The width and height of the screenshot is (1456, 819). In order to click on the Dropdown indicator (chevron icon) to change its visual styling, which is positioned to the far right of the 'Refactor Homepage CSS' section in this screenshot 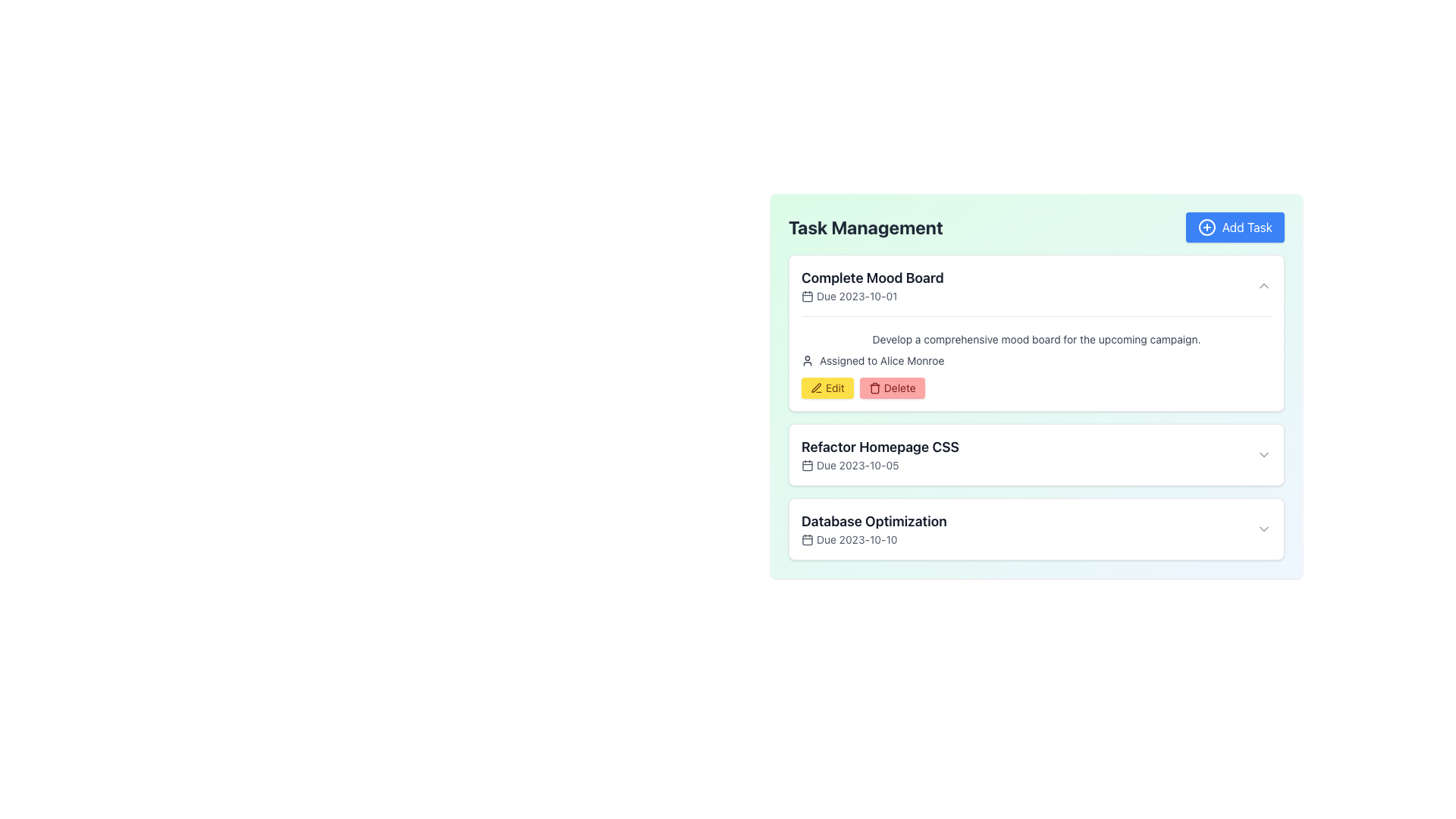, I will do `click(1263, 454)`.